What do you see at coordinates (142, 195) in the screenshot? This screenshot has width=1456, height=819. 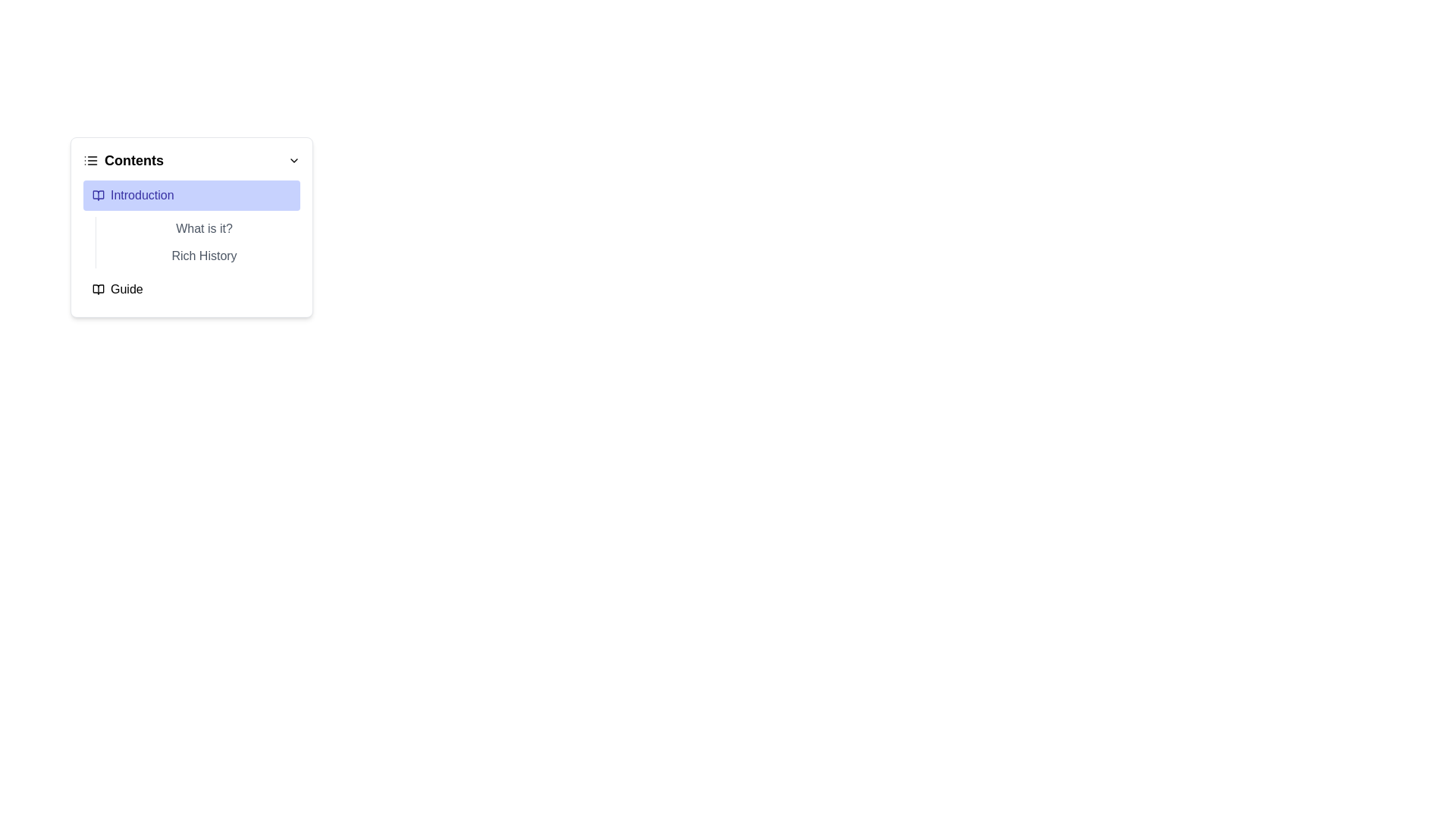 I see `the 'Introduction' text label in the sidebar menu under 'Contents'` at bounding box center [142, 195].